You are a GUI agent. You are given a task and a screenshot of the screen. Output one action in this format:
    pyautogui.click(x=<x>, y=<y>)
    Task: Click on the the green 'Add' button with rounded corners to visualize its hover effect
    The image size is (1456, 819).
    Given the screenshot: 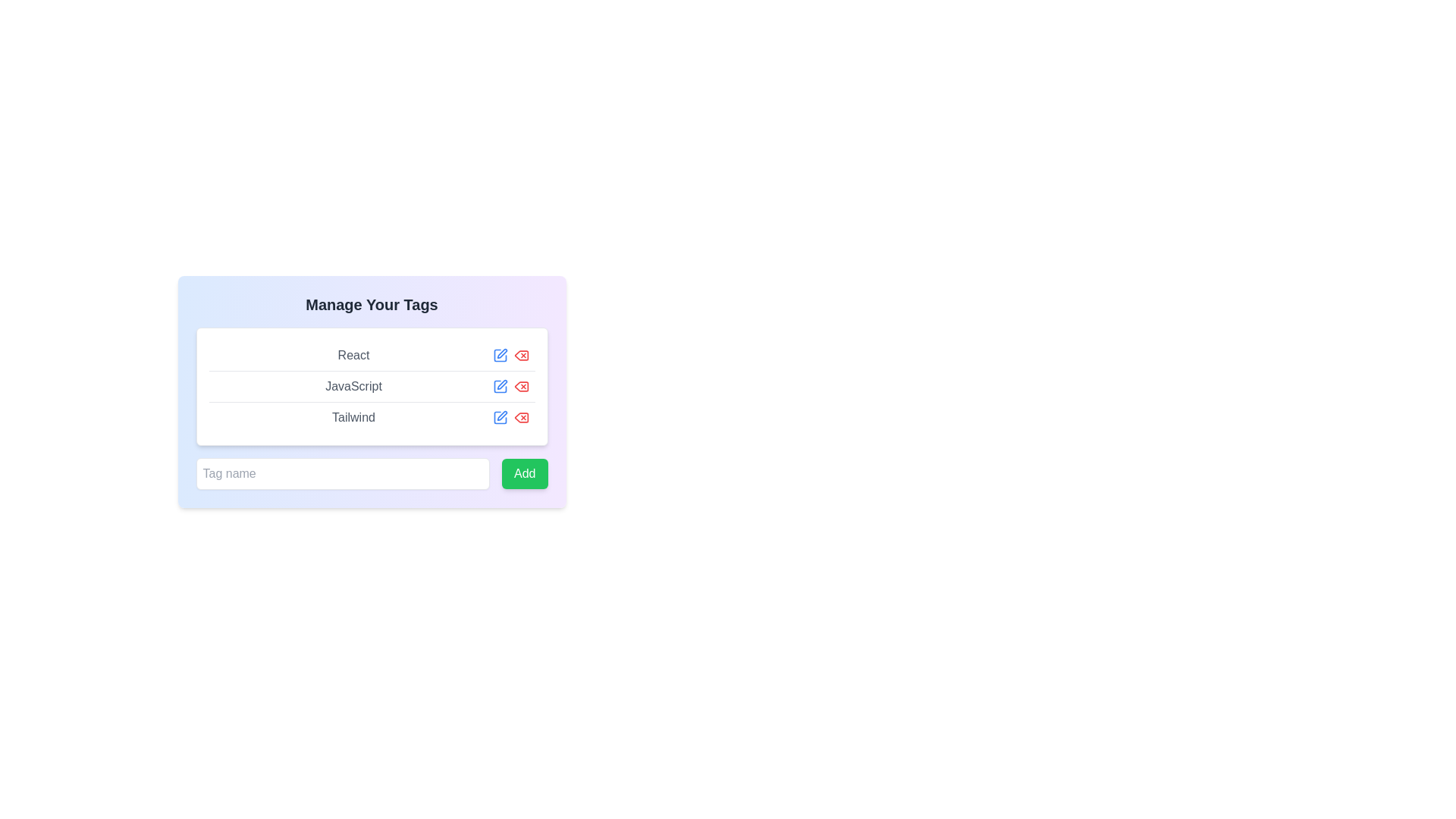 What is the action you would take?
    pyautogui.click(x=525, y=472)
    